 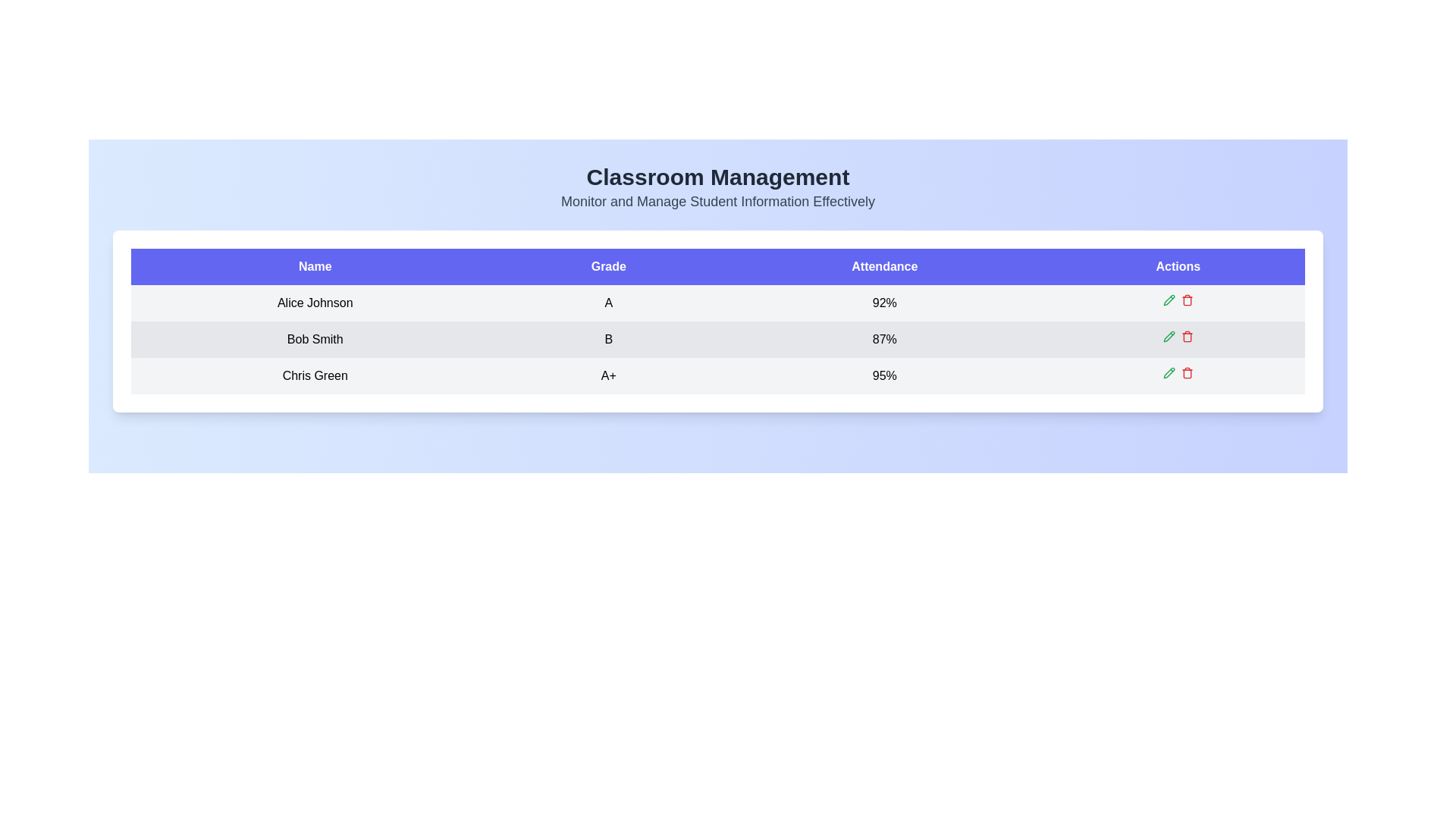 I want to click on the Text heading and subtitle element, which serves as a header for the section about classroom management and student information, so click(x=717, y=187).